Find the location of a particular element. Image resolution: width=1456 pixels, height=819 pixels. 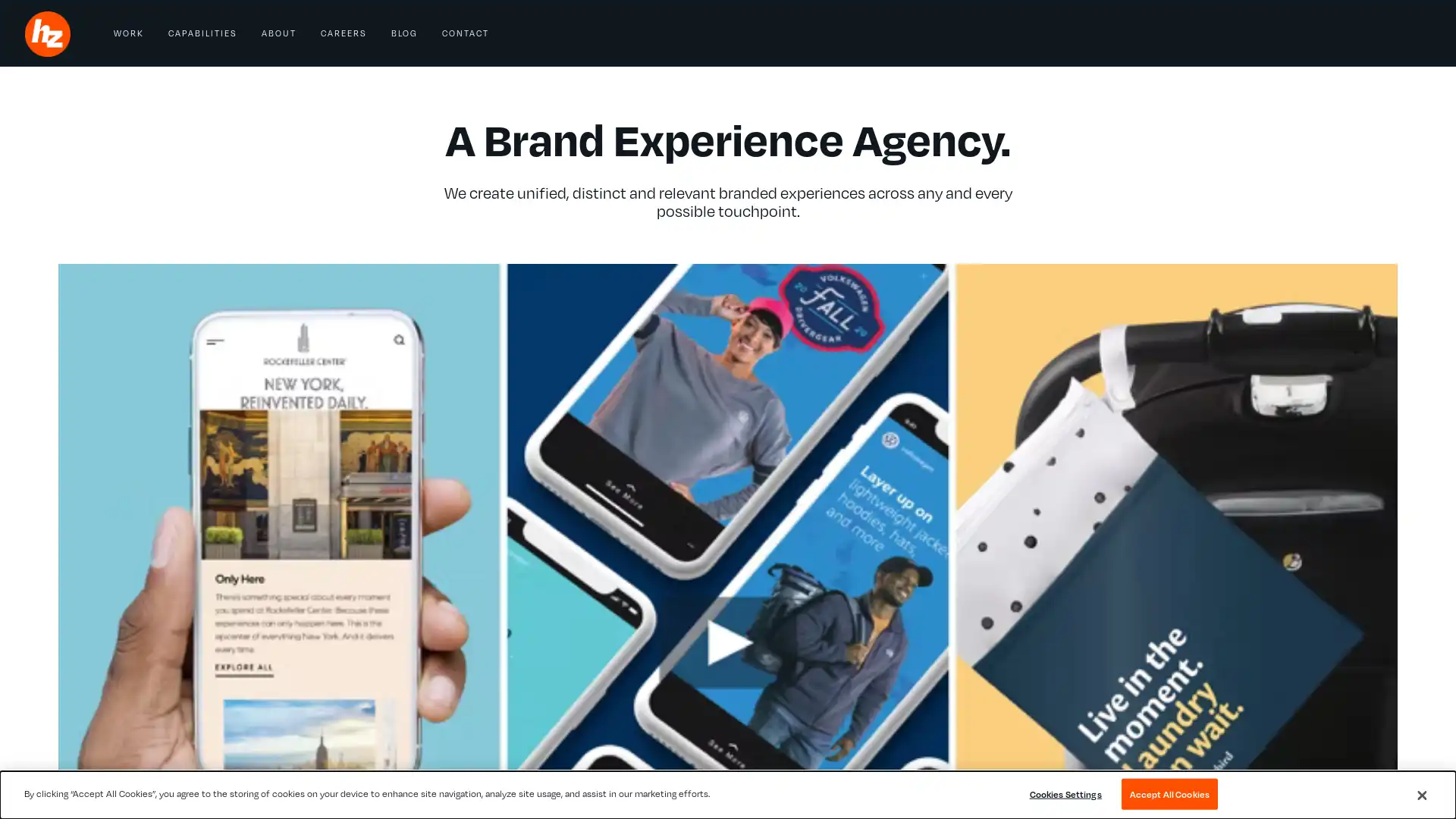

Cookies Settings is located at coordinates (1060, 792).